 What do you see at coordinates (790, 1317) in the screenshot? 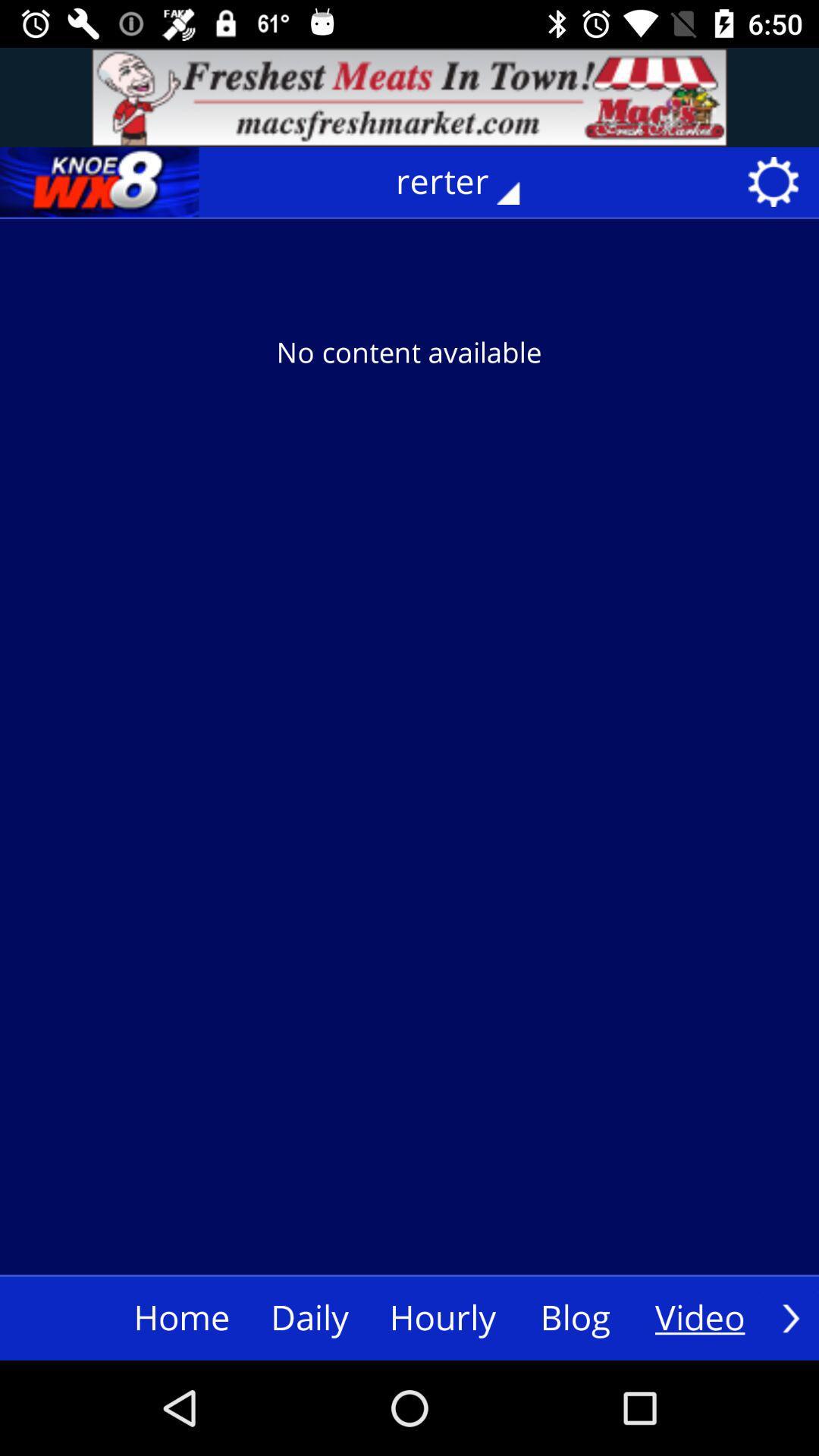
I see `the arrow_forward icon` at bounding box center [790, 1317].